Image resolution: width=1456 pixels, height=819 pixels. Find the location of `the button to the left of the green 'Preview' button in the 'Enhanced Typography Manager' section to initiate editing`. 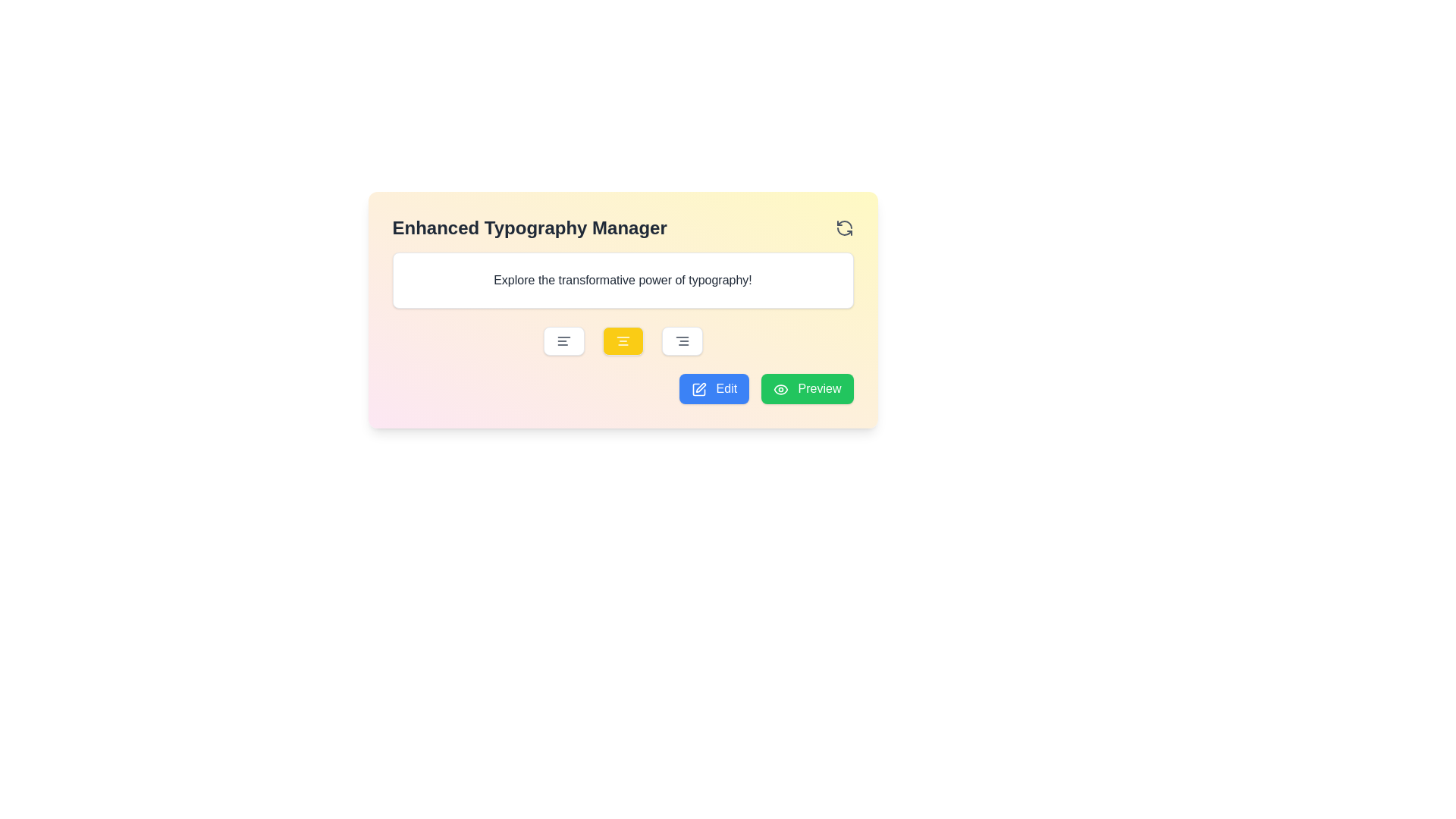

the button to the left of the green 'Preview' button in the 'Enhanced Typography Manager' section to initiate editing is located at coordinates (713, 388).